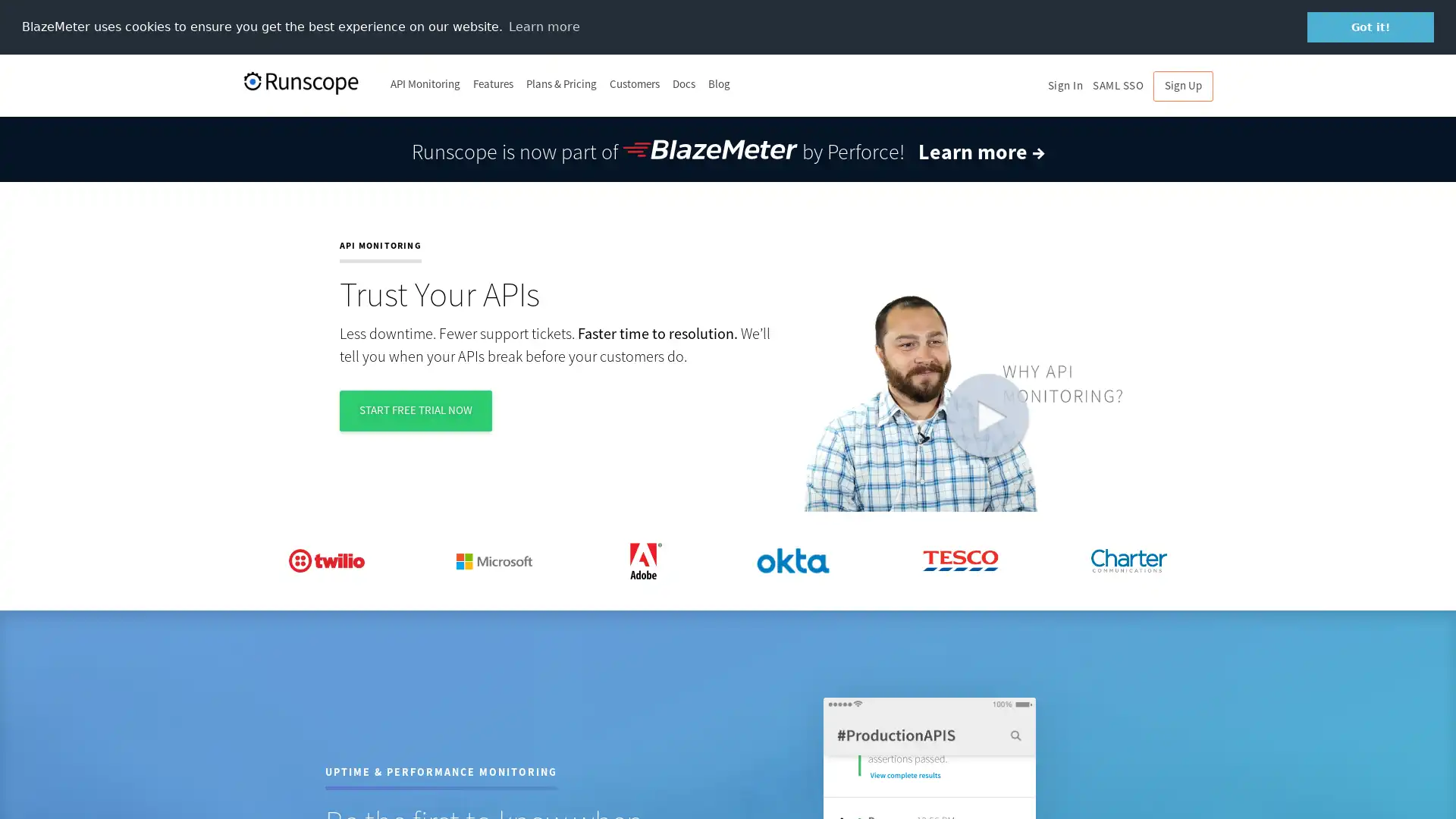  What do you see at coordinates (1370, 27) in the screenshot?
I see `dismiss cookie message` at bounding box center [1370, 27].